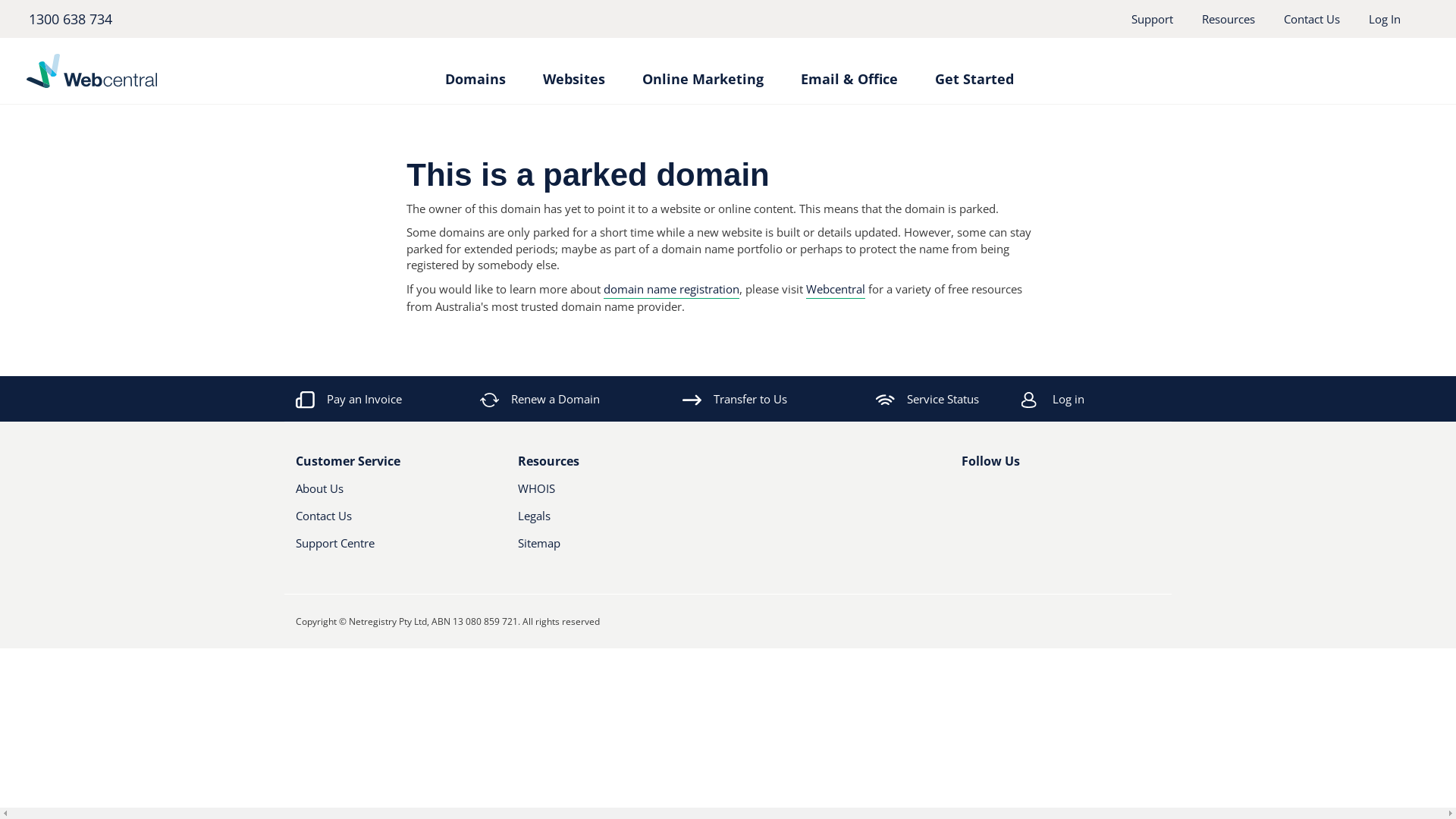 This screenshot has width=1456, height=819. What do you see at coordinates (443, 71) in the screenshot?
I see `'Domains'` at bounding box center [443, 71].